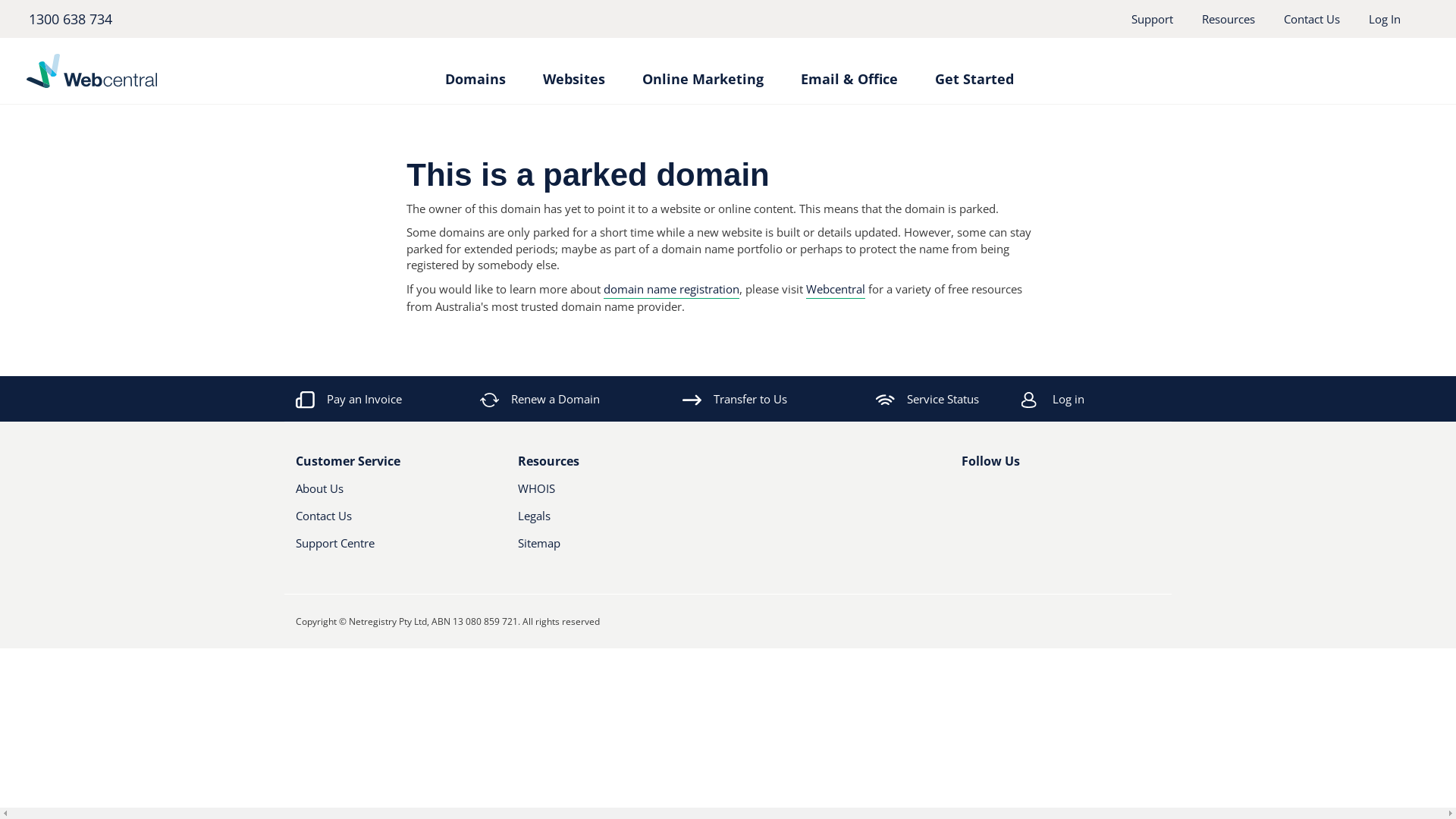 This screenshot has width=1456, height=819. What do you see at coordinates (443, 71) in the screenshot?
I see `'Domains'` at bounding box center [443, 71].